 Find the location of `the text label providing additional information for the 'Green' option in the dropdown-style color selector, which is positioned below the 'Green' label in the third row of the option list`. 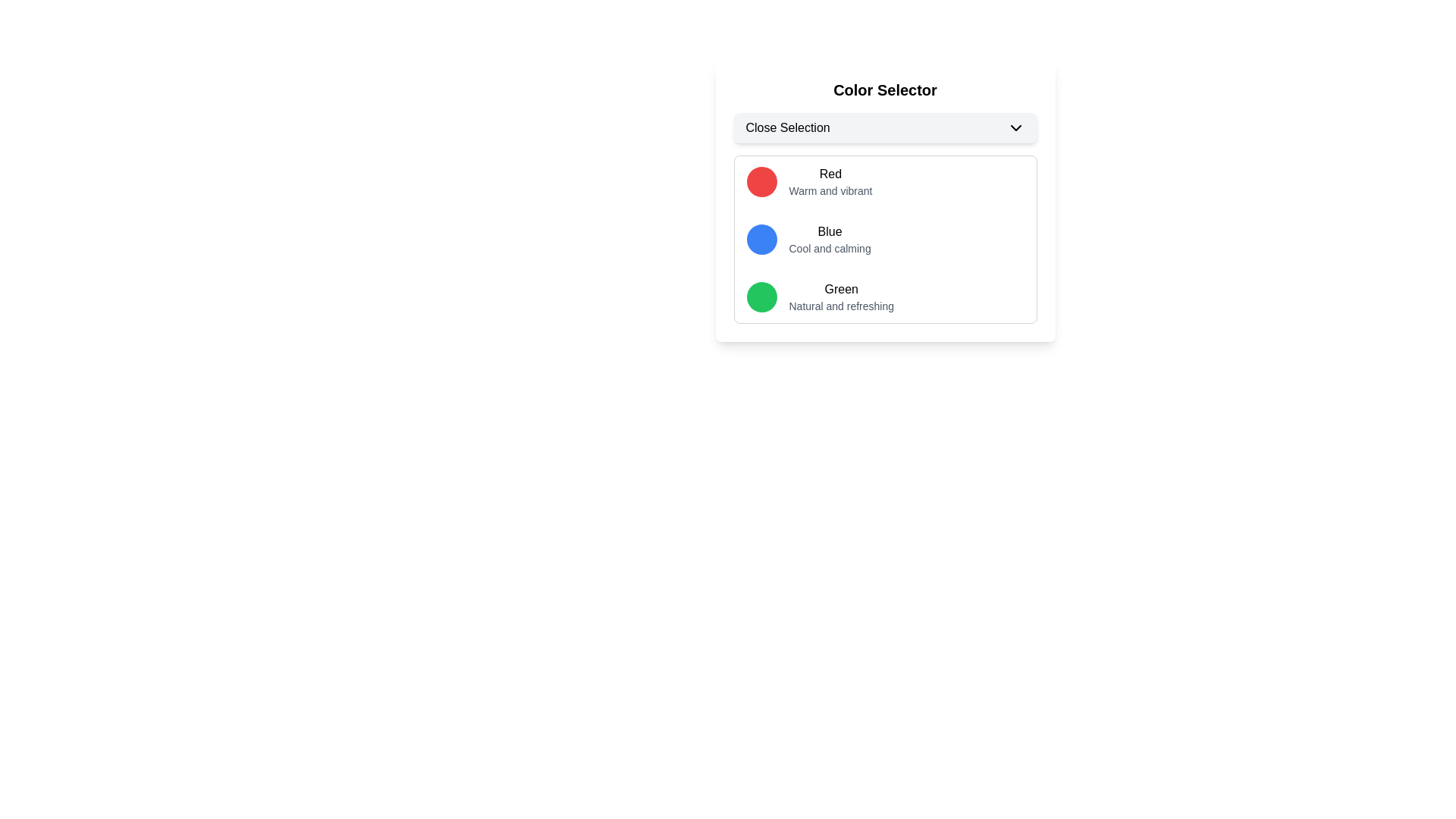

the text label providing additional information for the 'Green' option in the dropdown-style color selector, which is positioned below the 'Green' label in the third row of the option list is located at coordinates (840, 306).